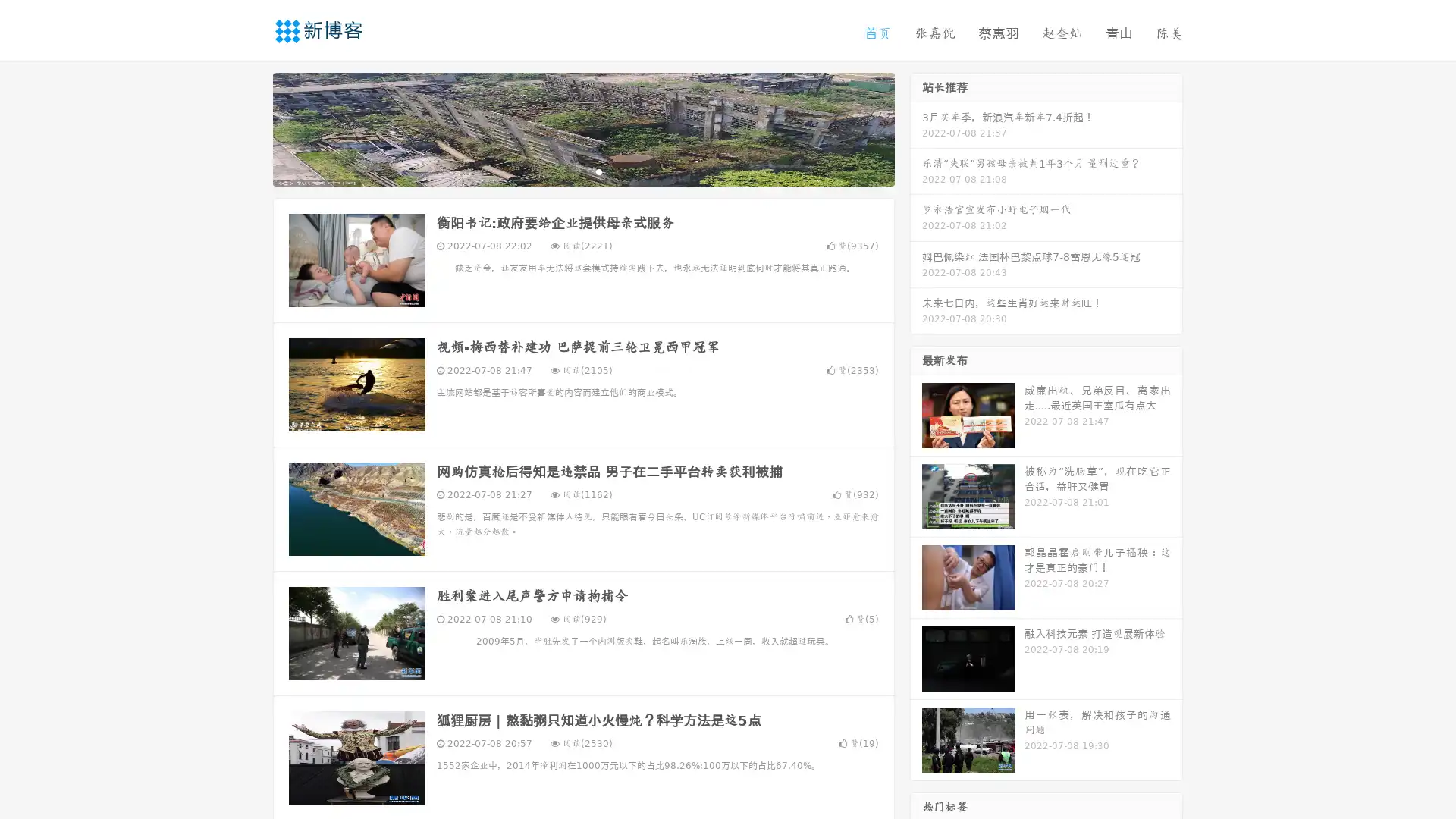 The image size is (1456, 819). What do you see at coordinates (582, 171) in the screenshot?
I see `Go to slide 2` at bounding box center [582, 171].